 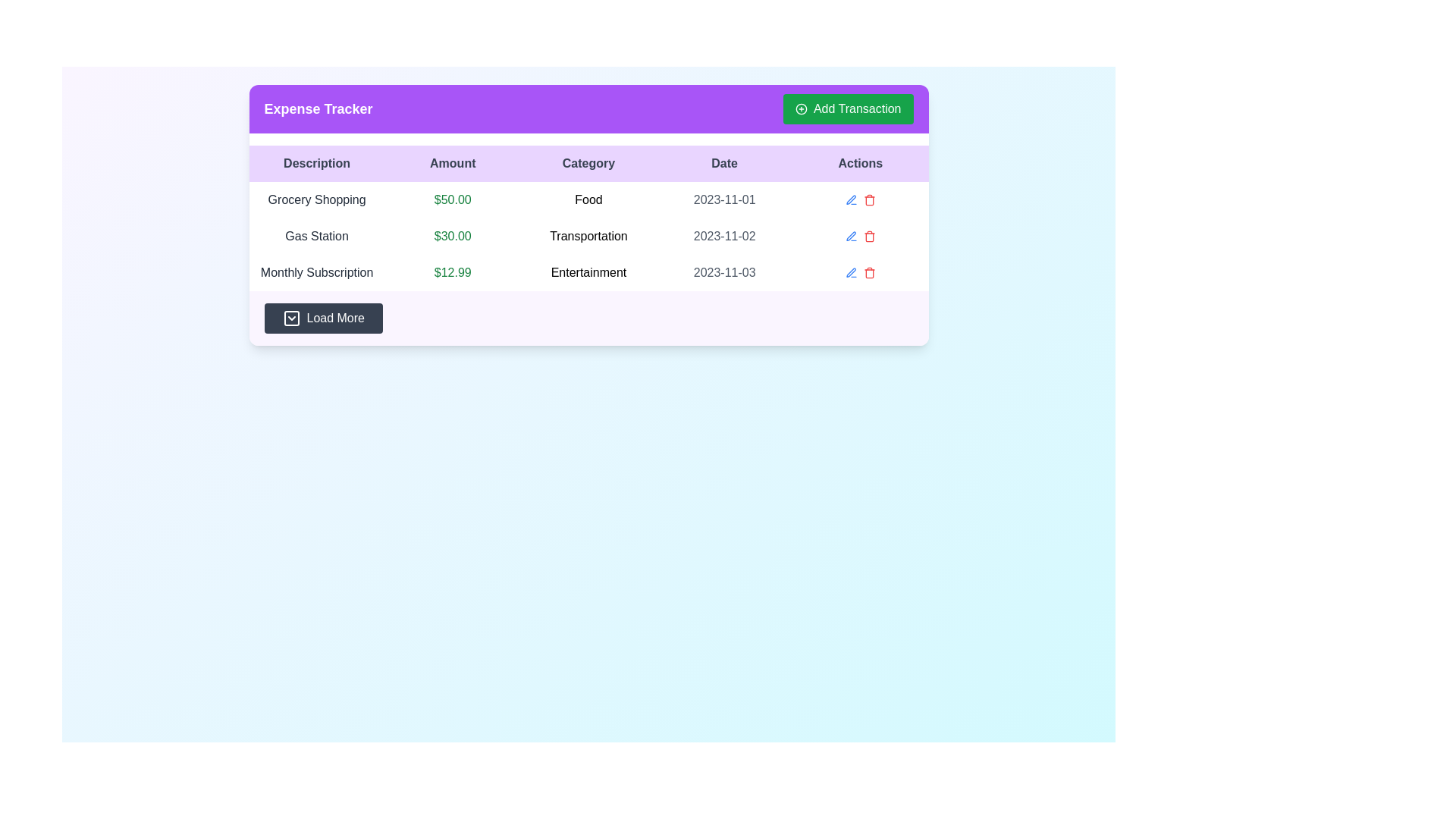 I want to click on the 'Monthly Subscription' text label in the Description column of the table, which is positioned in the third row, adjacent to '$12.99', 'Entertainment', and '2023-11-03', so click(x=316, y=271).